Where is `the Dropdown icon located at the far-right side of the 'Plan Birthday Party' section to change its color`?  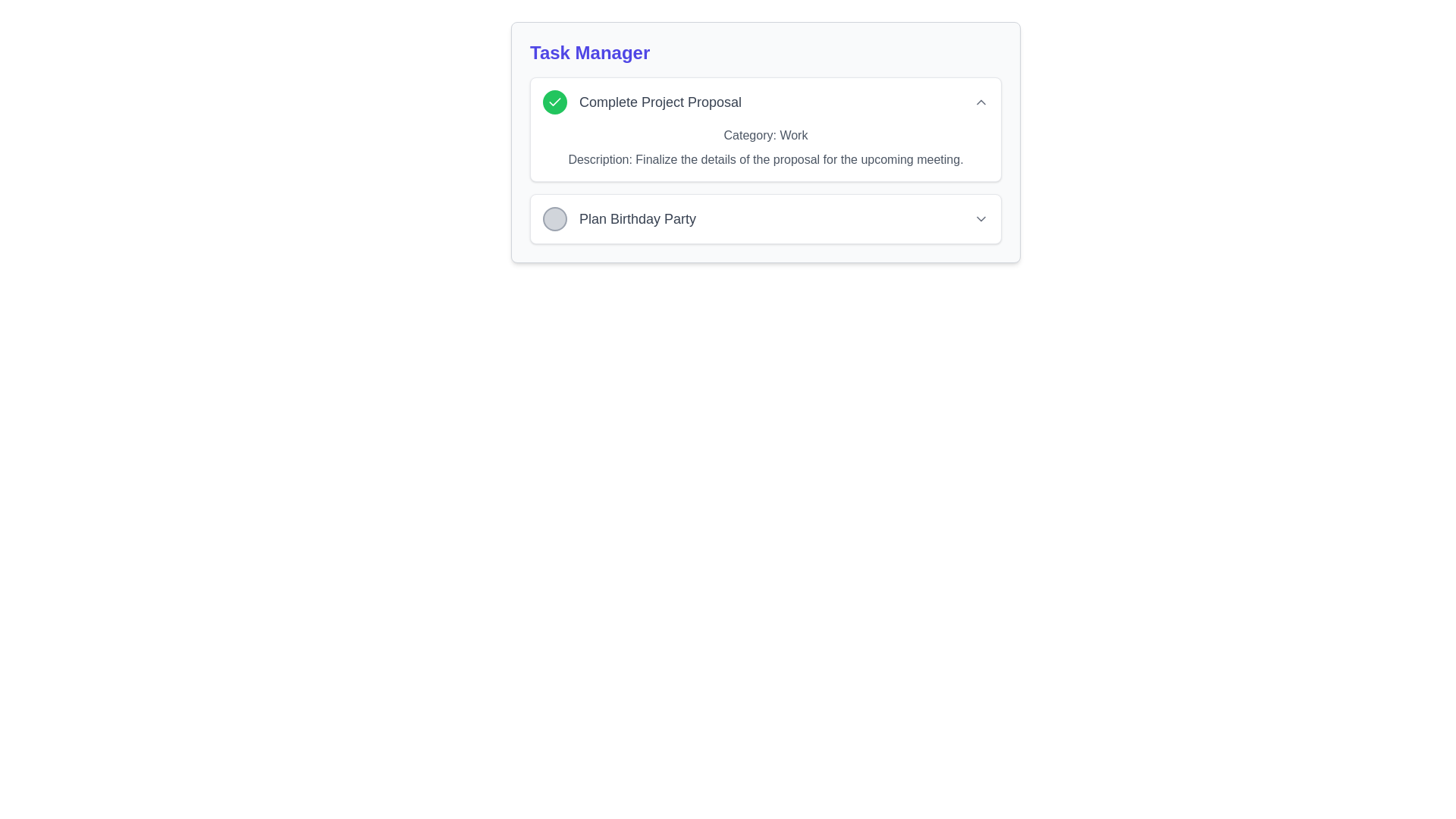 the Dropdown icon located at the far-right side of the 'Plan Birthday Party' section to change its color is located at coordinates (981, 219).